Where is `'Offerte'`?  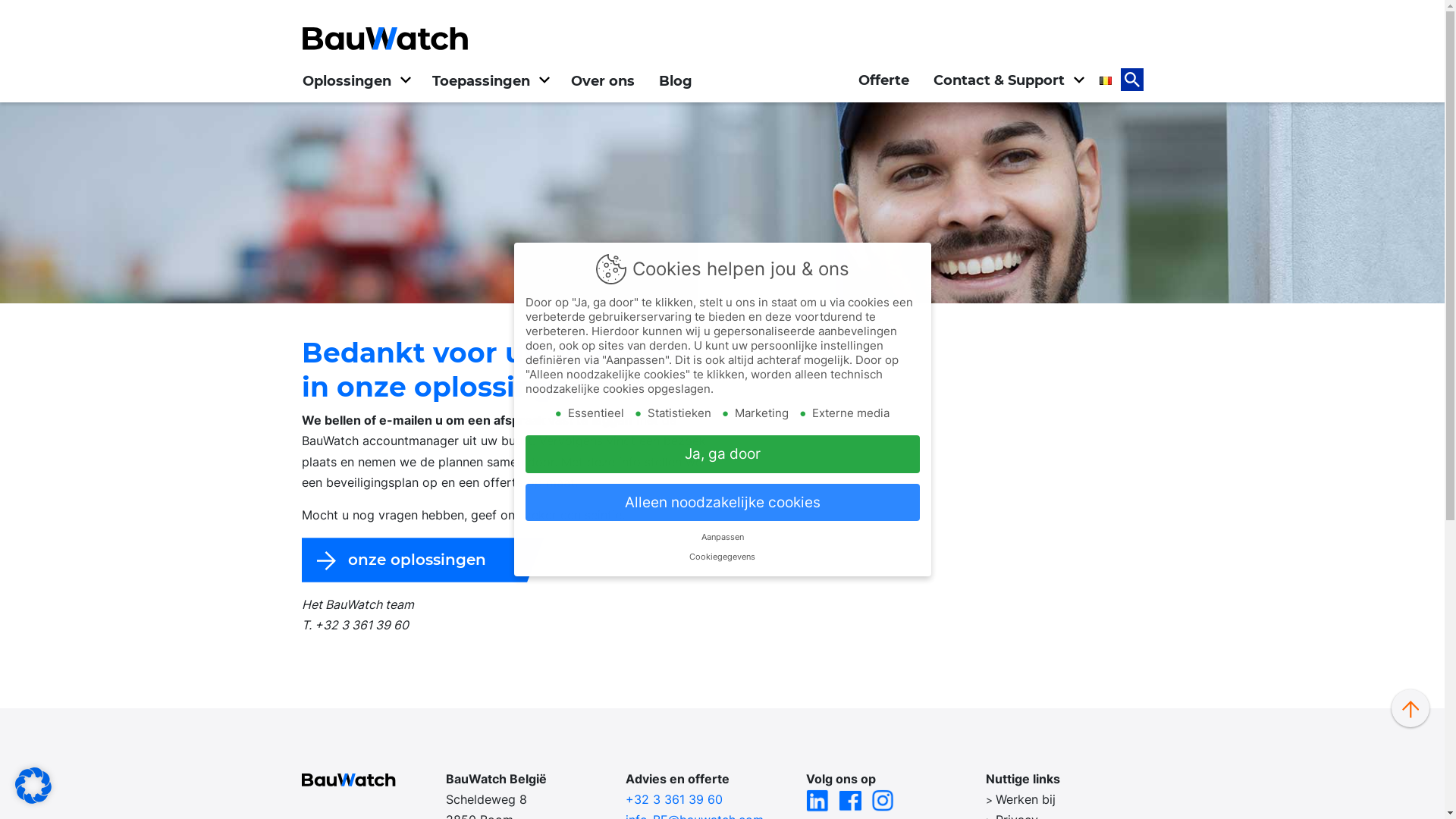 'Offerte' is located at coordinates (883, 80).